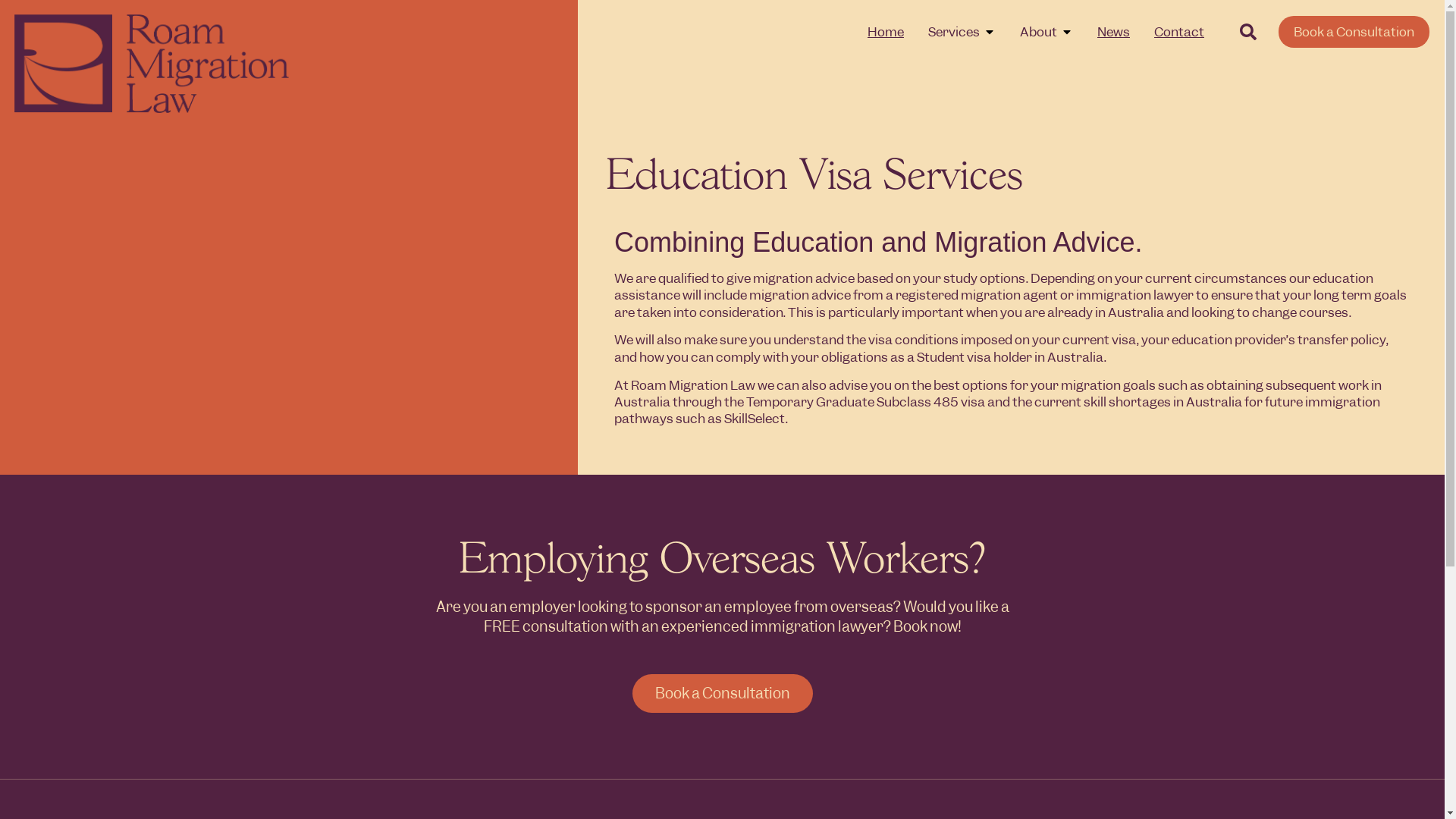  I want to click on 'Home', so click(867, 32).